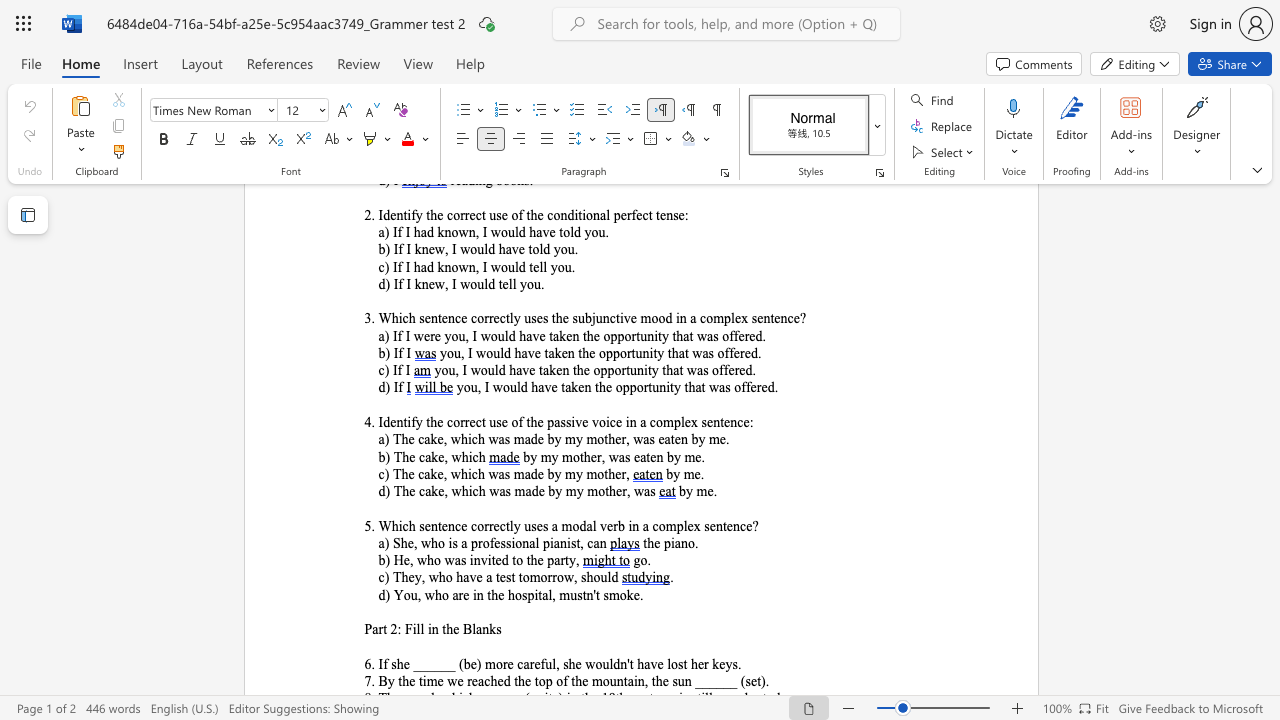 Image resolution: width=1280 pixels, height=720 pixels. Describe the element at coordinates (554, 560) in the screenshot. I see `the subset text "art" within the text "b) He, who was invited to the party,"` at that location.